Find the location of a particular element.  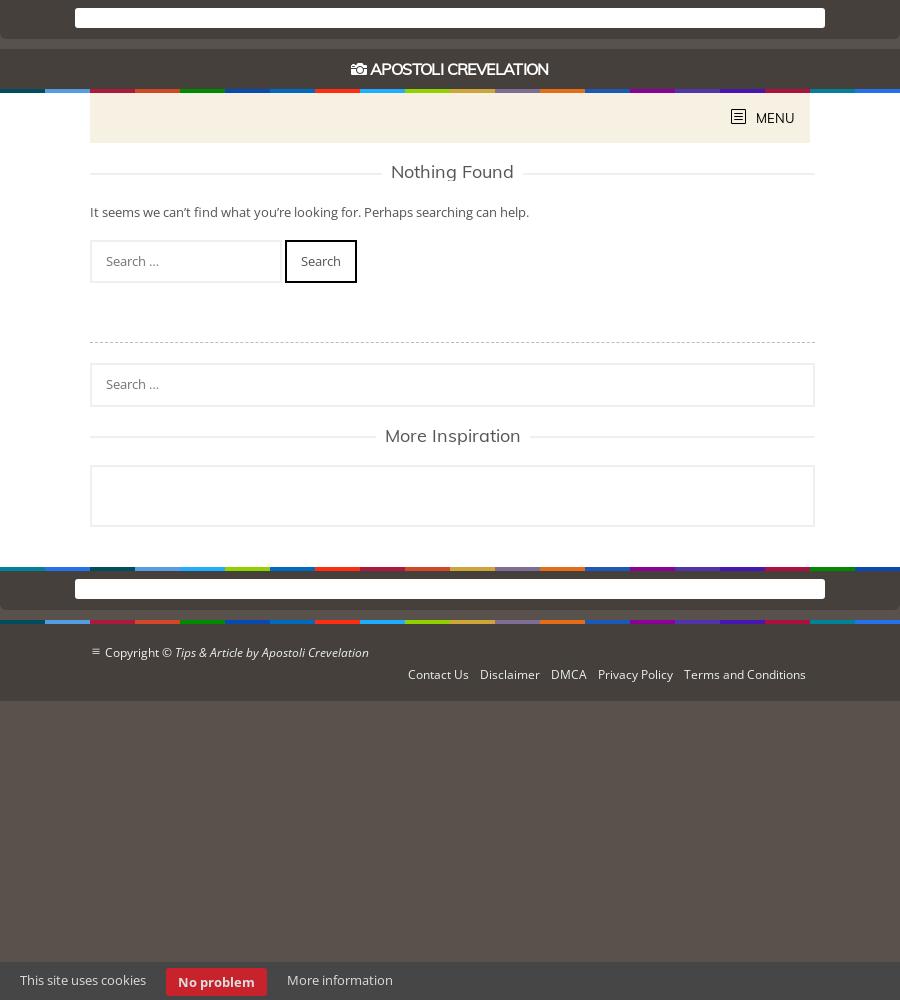

'MENU' is located at coordinates (773, 117).